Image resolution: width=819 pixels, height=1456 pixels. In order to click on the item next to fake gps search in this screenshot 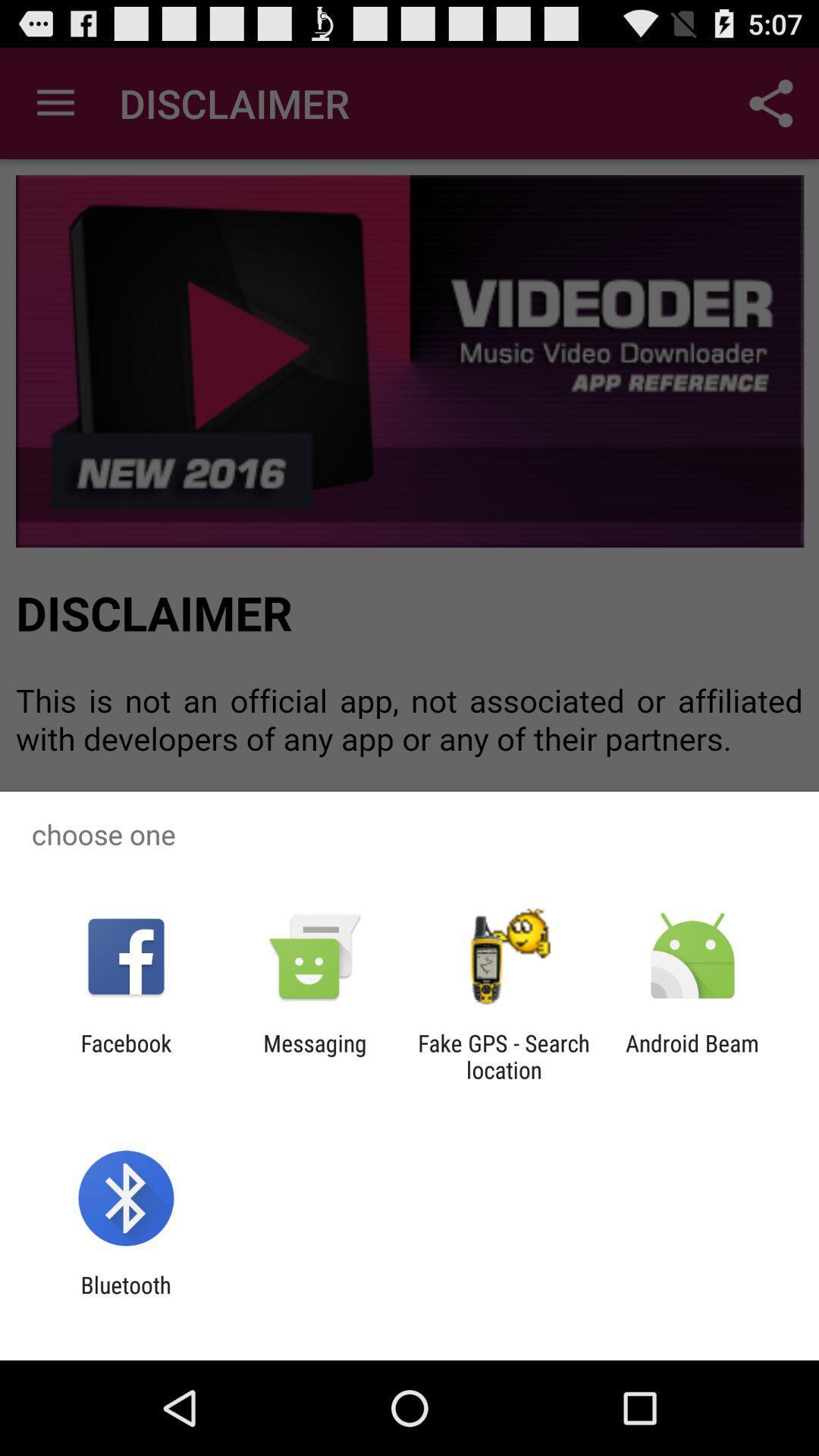, I will do `click(314, 1056)`.